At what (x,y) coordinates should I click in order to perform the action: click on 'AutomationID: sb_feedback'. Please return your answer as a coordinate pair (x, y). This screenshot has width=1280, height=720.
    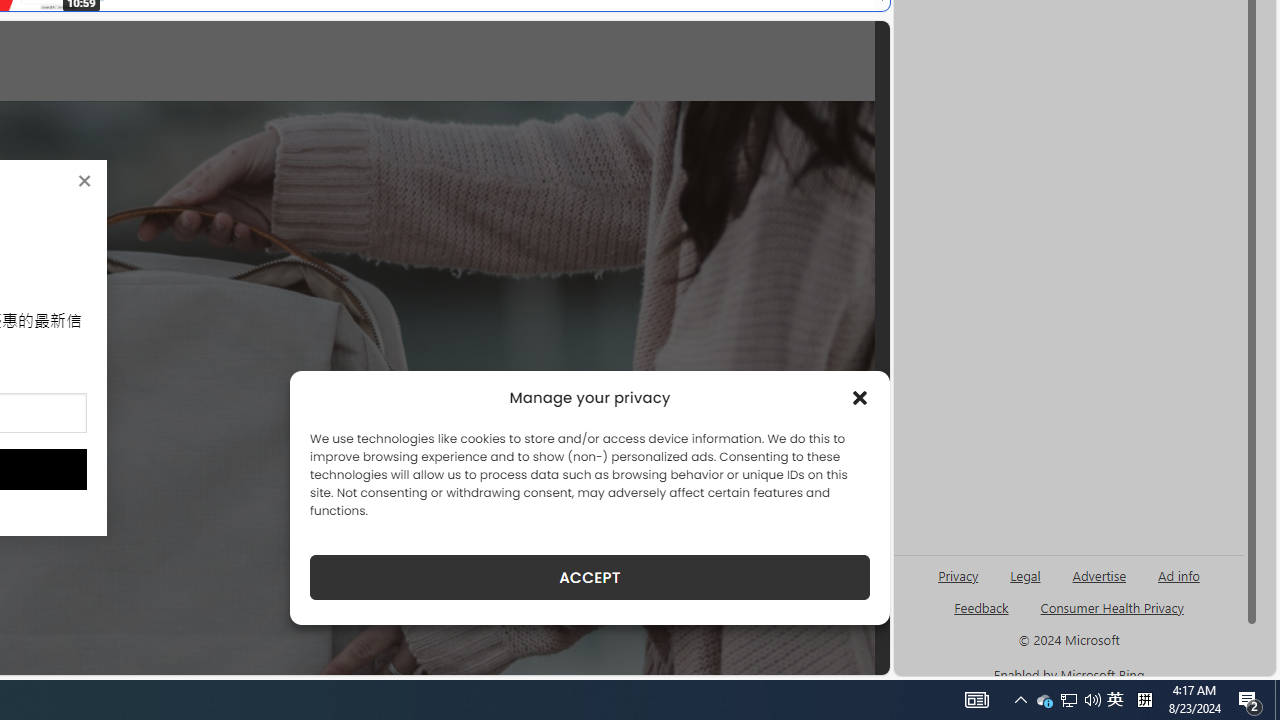
    Looking at the image, I should click on (981, 606).